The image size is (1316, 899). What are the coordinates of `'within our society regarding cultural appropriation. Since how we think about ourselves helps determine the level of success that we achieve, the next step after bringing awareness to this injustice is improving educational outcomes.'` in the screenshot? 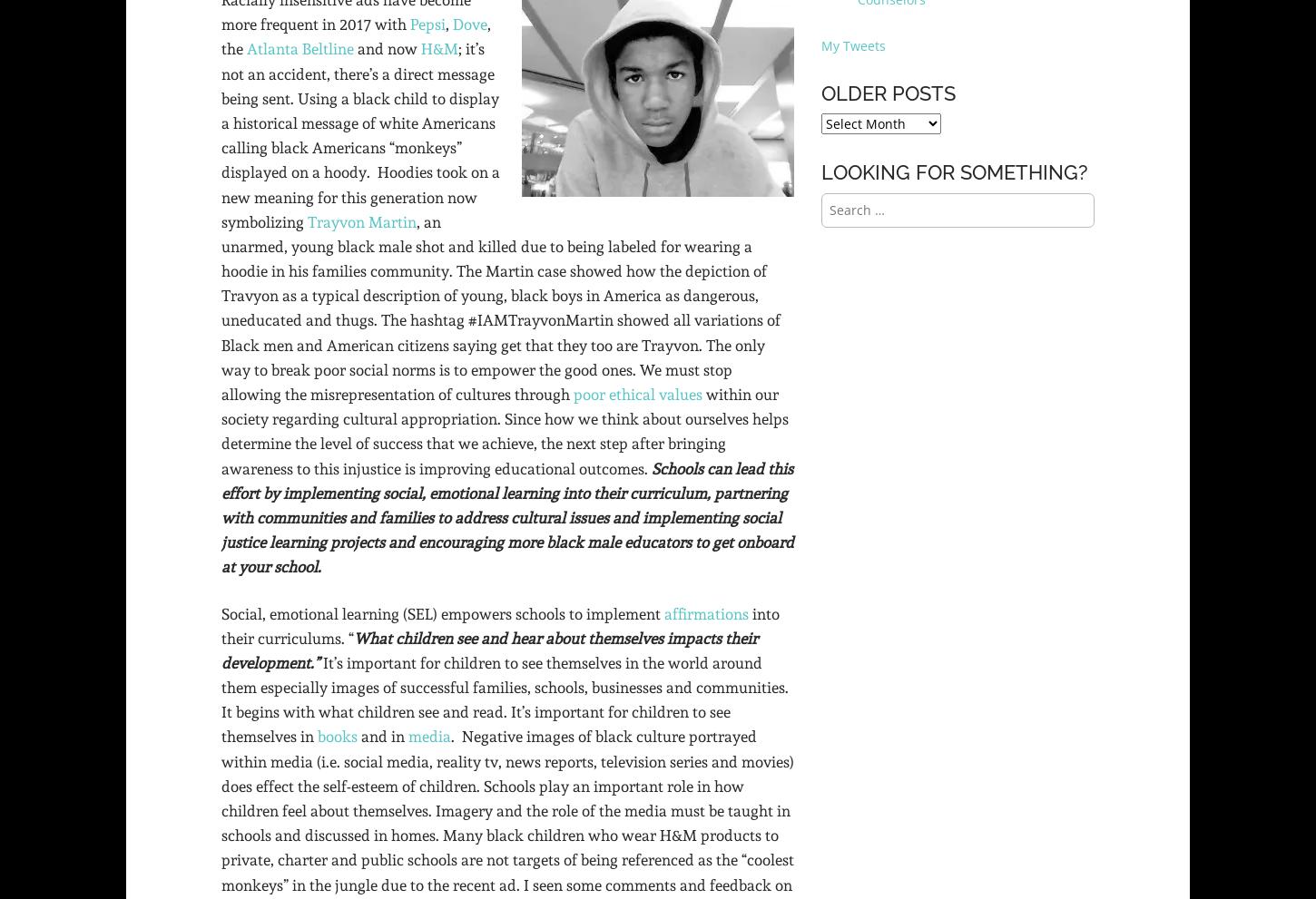 It's located at (505, 430).